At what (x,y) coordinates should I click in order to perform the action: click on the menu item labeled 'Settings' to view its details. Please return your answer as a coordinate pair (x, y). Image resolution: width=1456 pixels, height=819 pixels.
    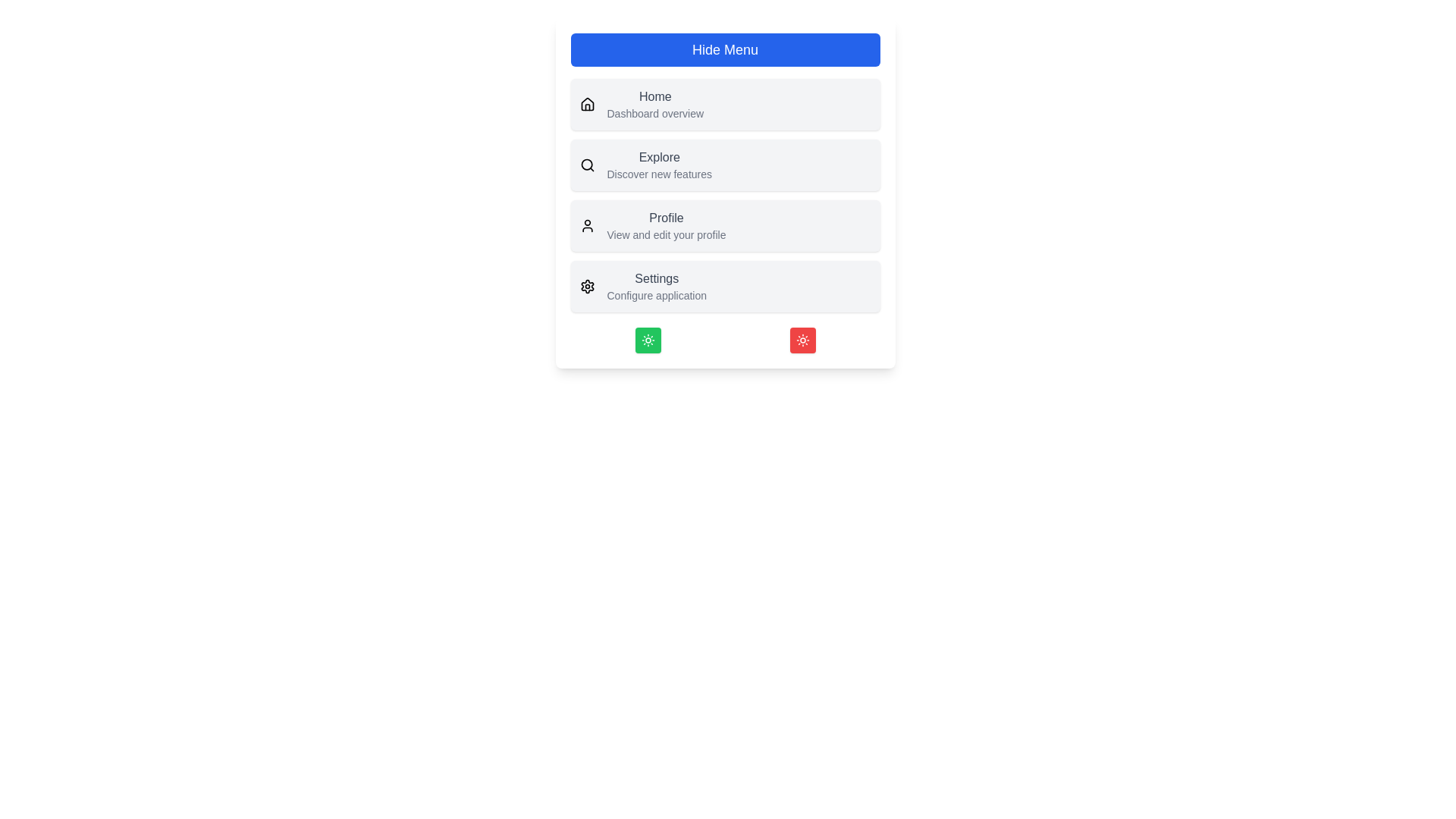
    Looking at the image, I should click on (657, 278).